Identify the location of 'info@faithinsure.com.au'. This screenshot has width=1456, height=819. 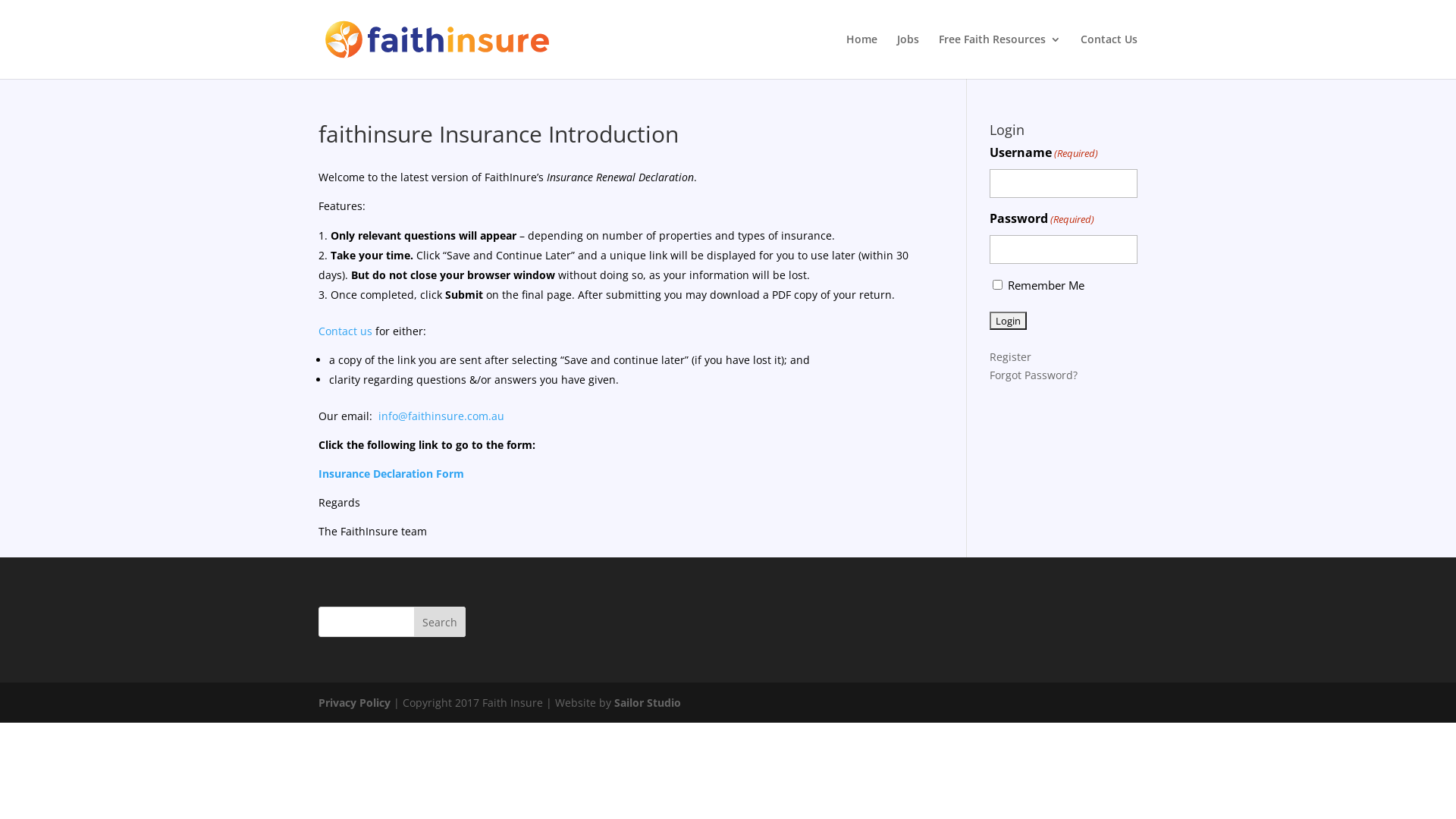
(440, 416).